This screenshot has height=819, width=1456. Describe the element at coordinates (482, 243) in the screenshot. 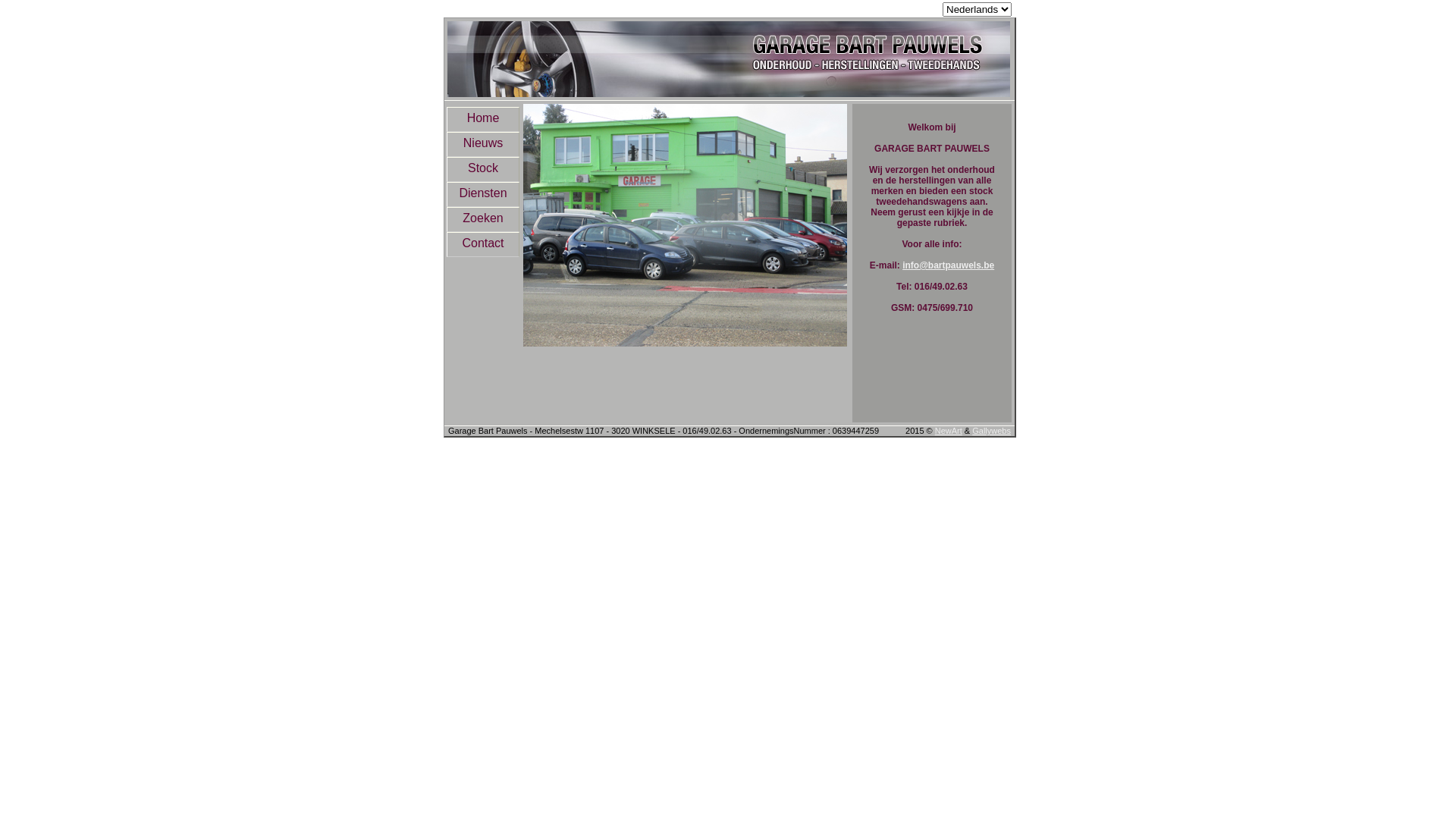

I see `'Contact'` at that location.